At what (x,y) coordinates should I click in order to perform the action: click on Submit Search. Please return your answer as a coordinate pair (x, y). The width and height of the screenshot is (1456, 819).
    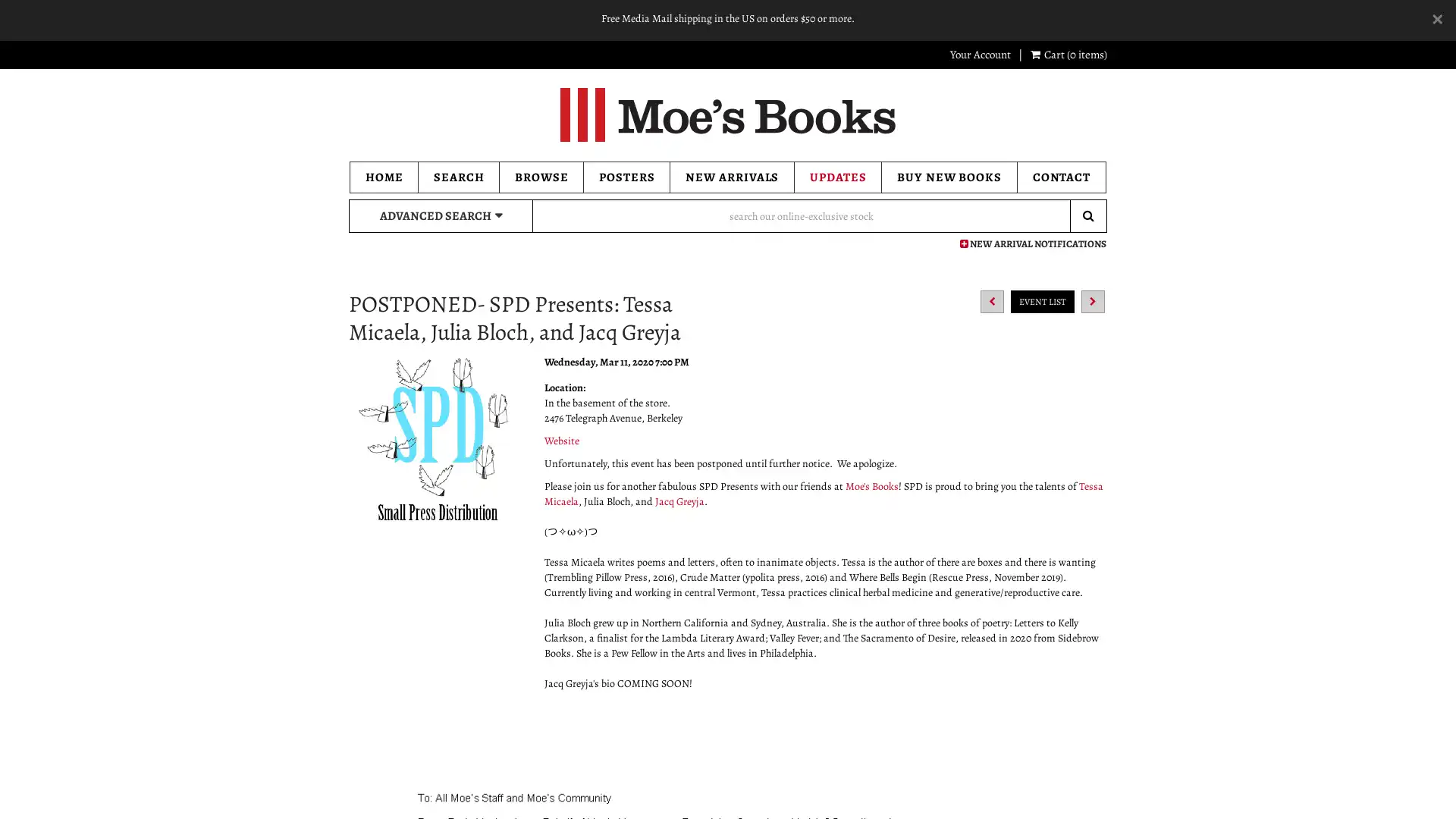
    Looking at the image, I should click on (1087, 216).